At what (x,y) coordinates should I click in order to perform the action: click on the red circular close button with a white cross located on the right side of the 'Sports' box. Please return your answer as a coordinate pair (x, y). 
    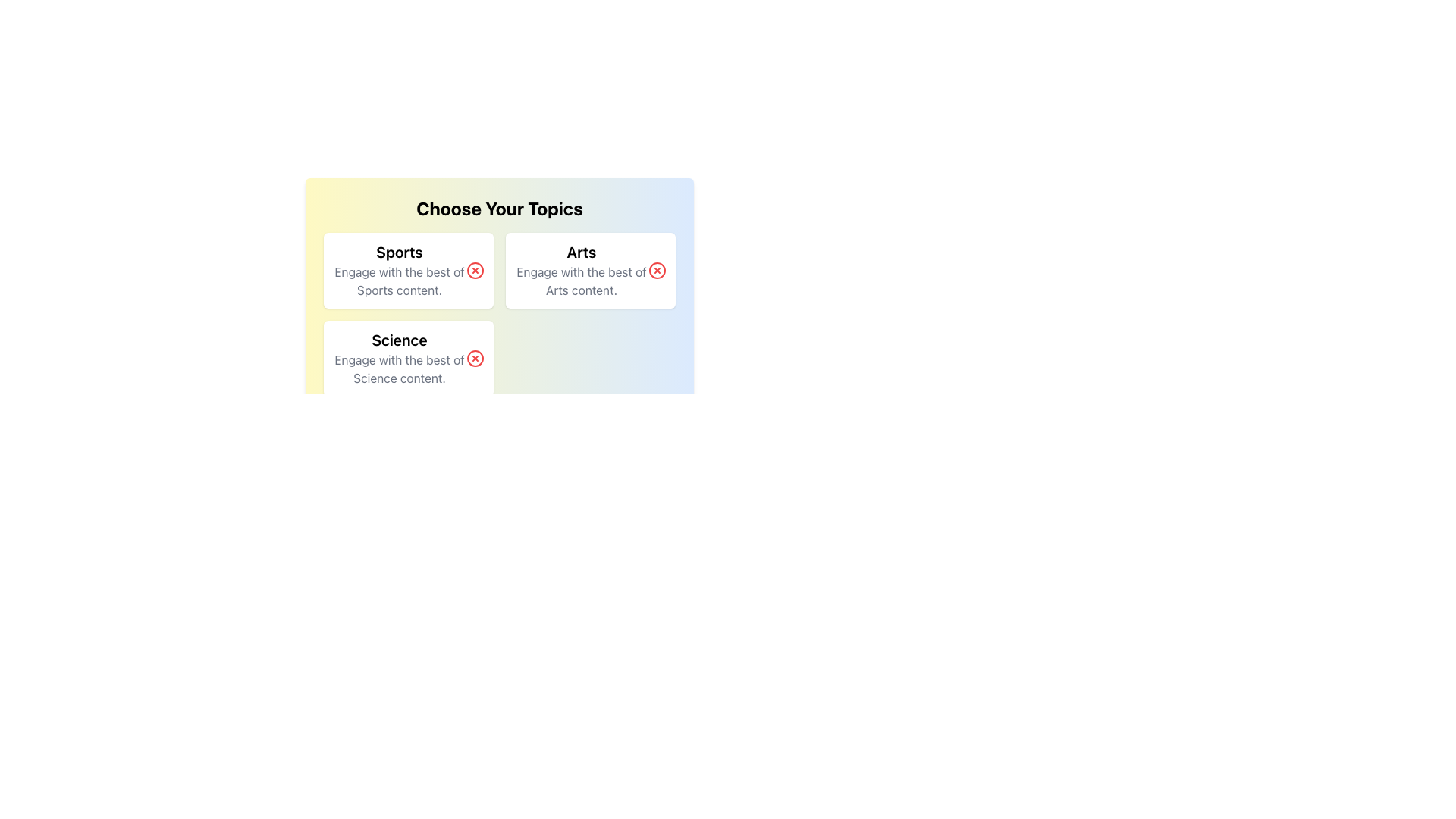
    Looking at the image, I should click on (475, 270).